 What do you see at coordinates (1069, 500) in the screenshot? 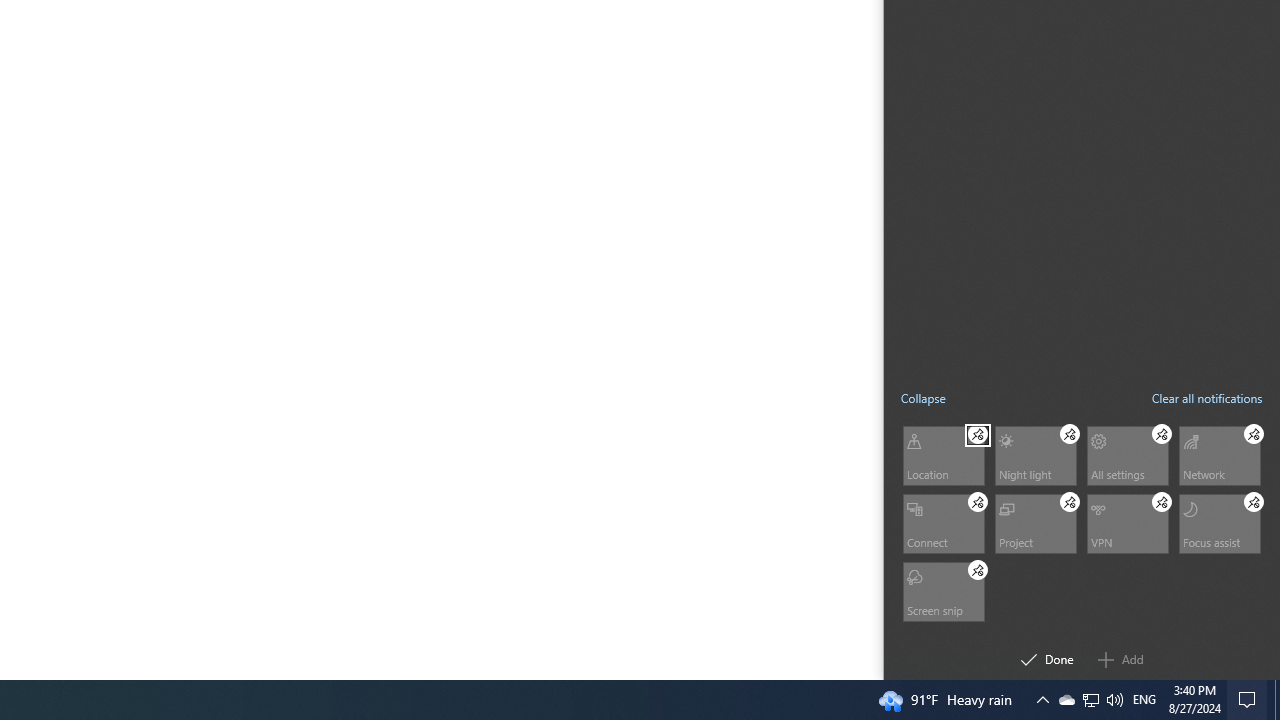
I see `'Project Unpin'` at bounding box center [1069, 500].